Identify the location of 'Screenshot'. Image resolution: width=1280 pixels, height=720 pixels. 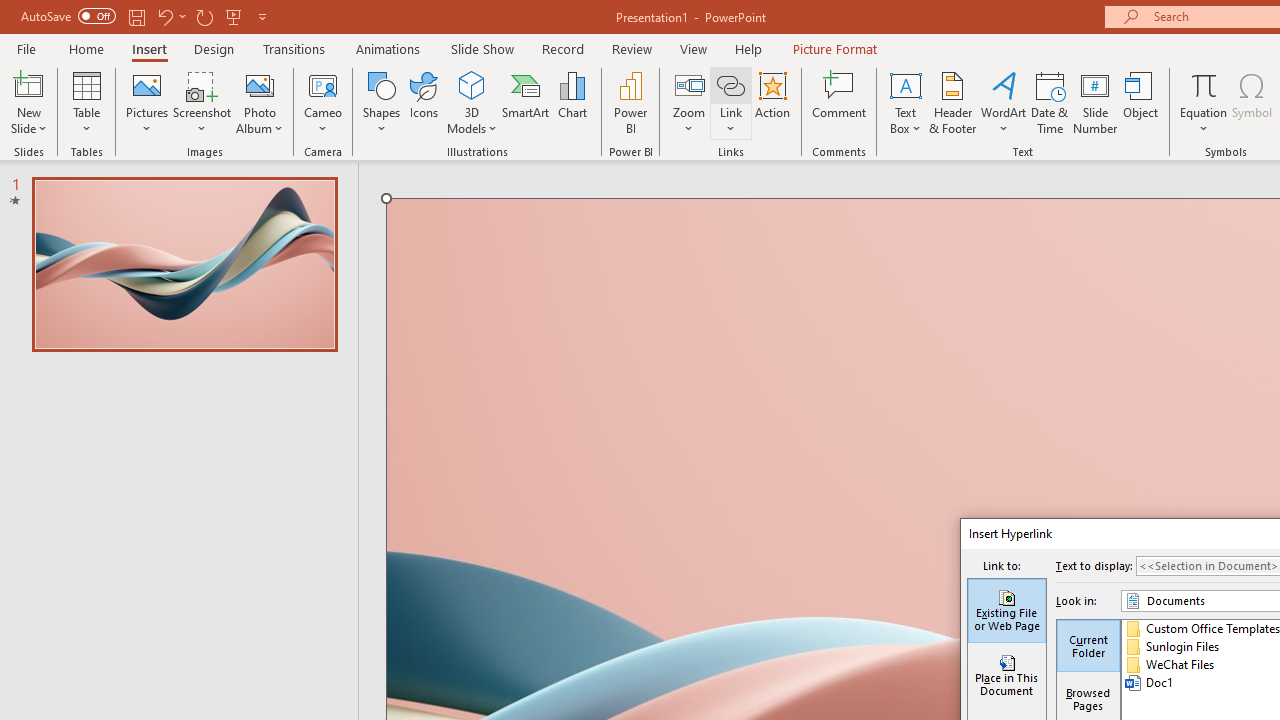
(202, 103).